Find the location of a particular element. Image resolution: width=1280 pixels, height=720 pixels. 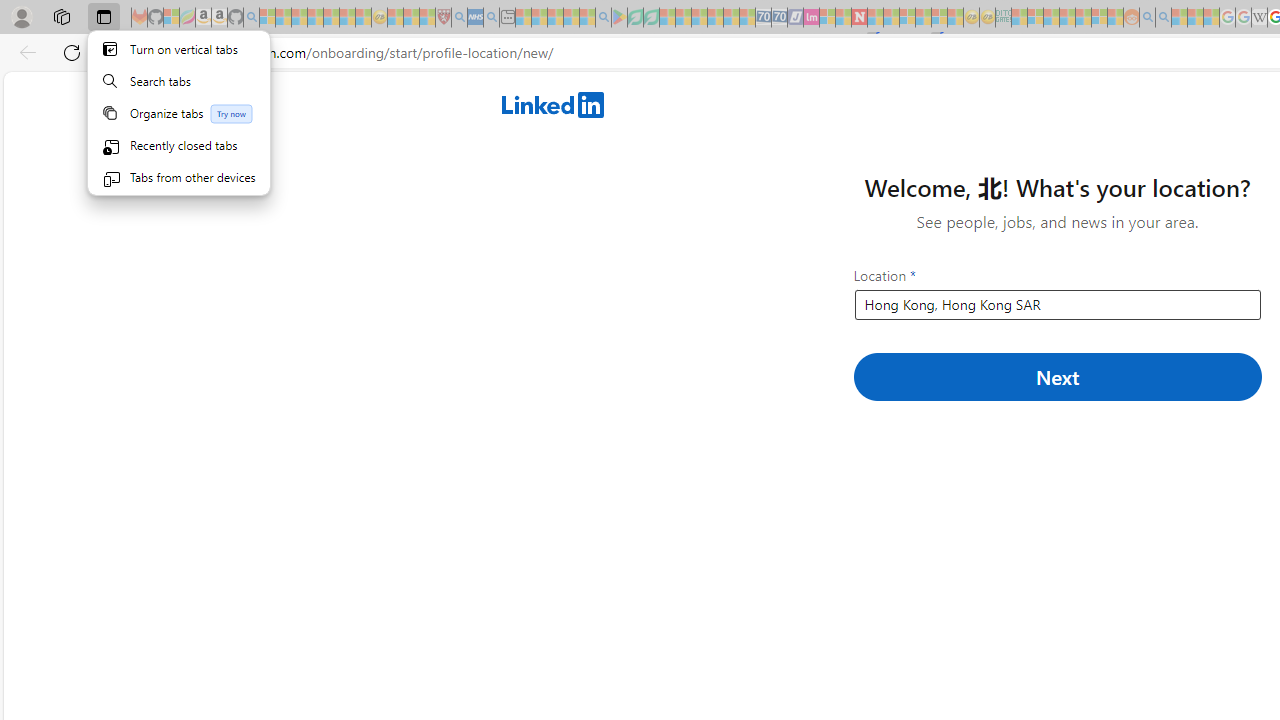

'Latest Politics News & Archive | Newsweek.com - Sleeping' is located at coordinates (859, 17).